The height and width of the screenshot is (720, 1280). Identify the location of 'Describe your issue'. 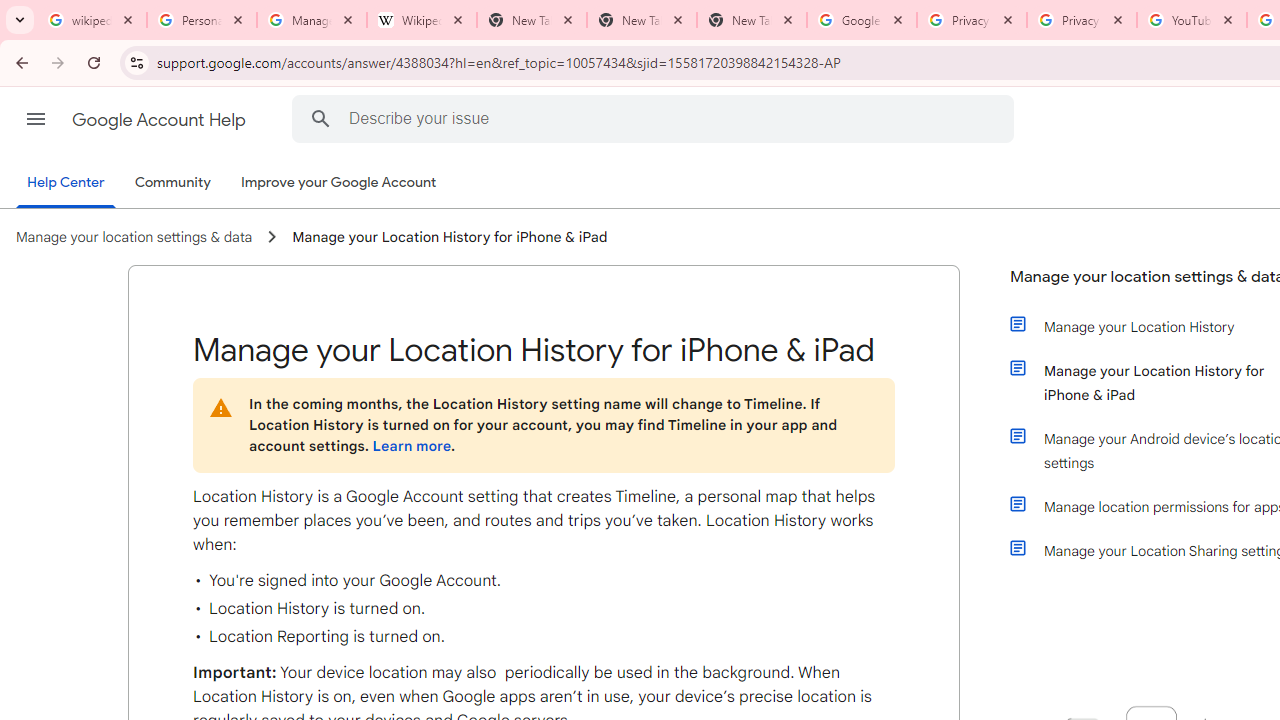
(656, 118).